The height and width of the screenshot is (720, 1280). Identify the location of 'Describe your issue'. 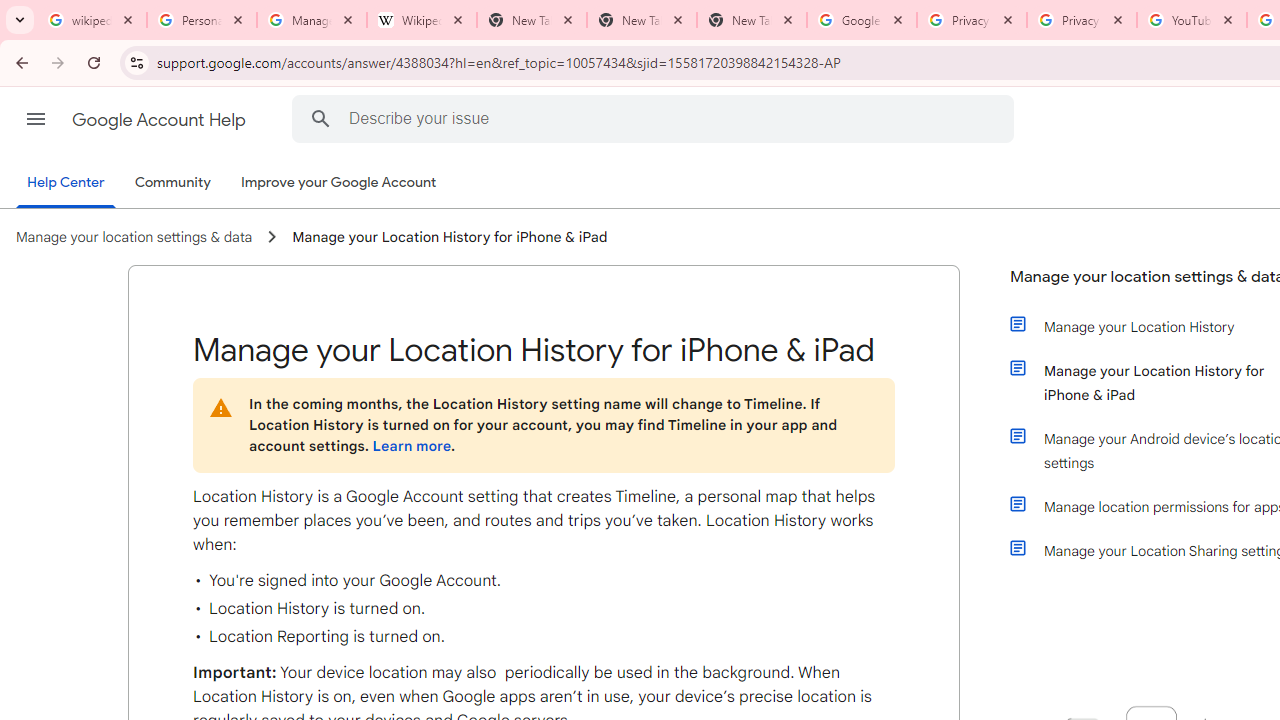
(656, 118).